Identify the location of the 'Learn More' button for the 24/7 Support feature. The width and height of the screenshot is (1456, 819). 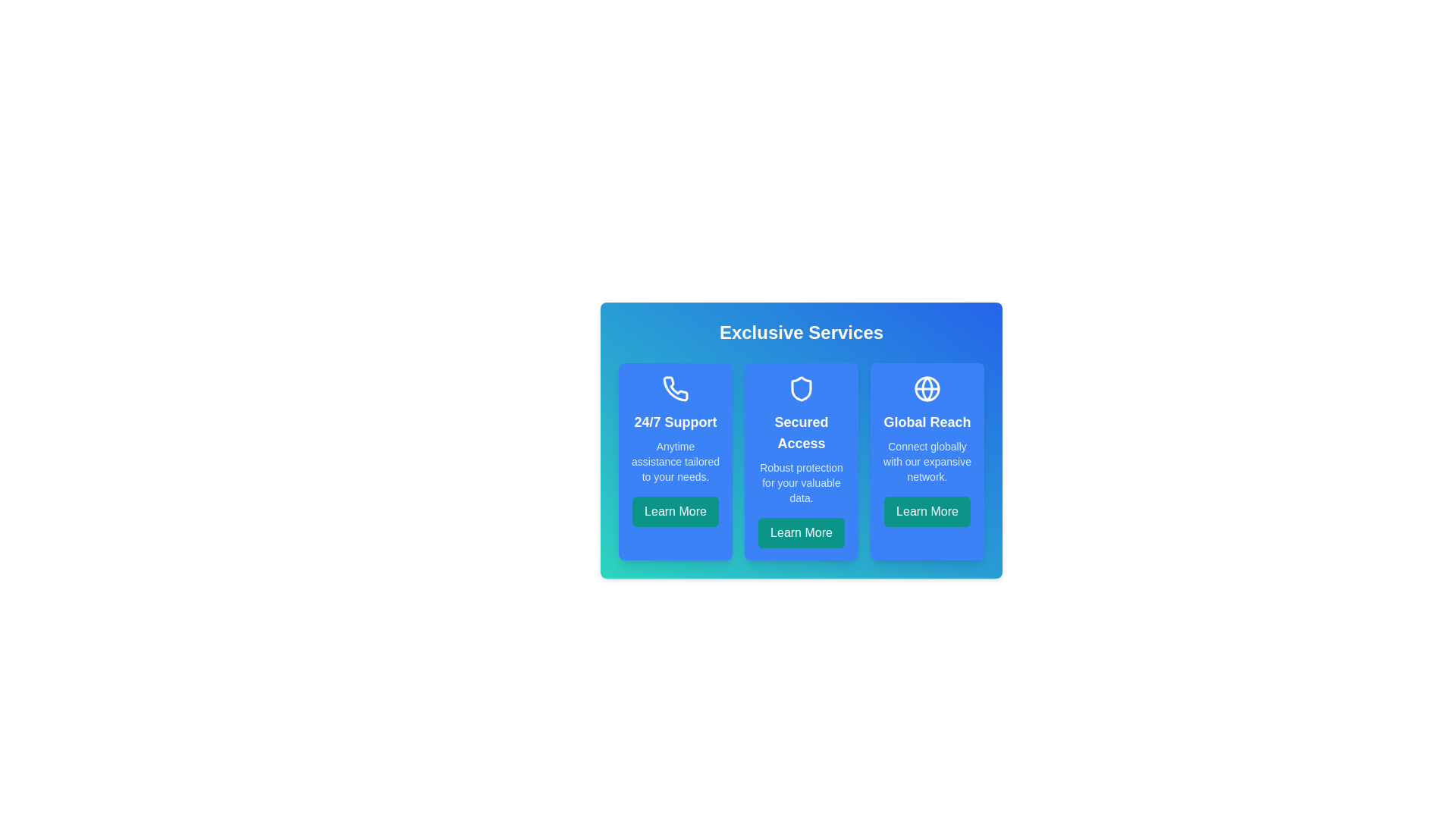
(675, 512).